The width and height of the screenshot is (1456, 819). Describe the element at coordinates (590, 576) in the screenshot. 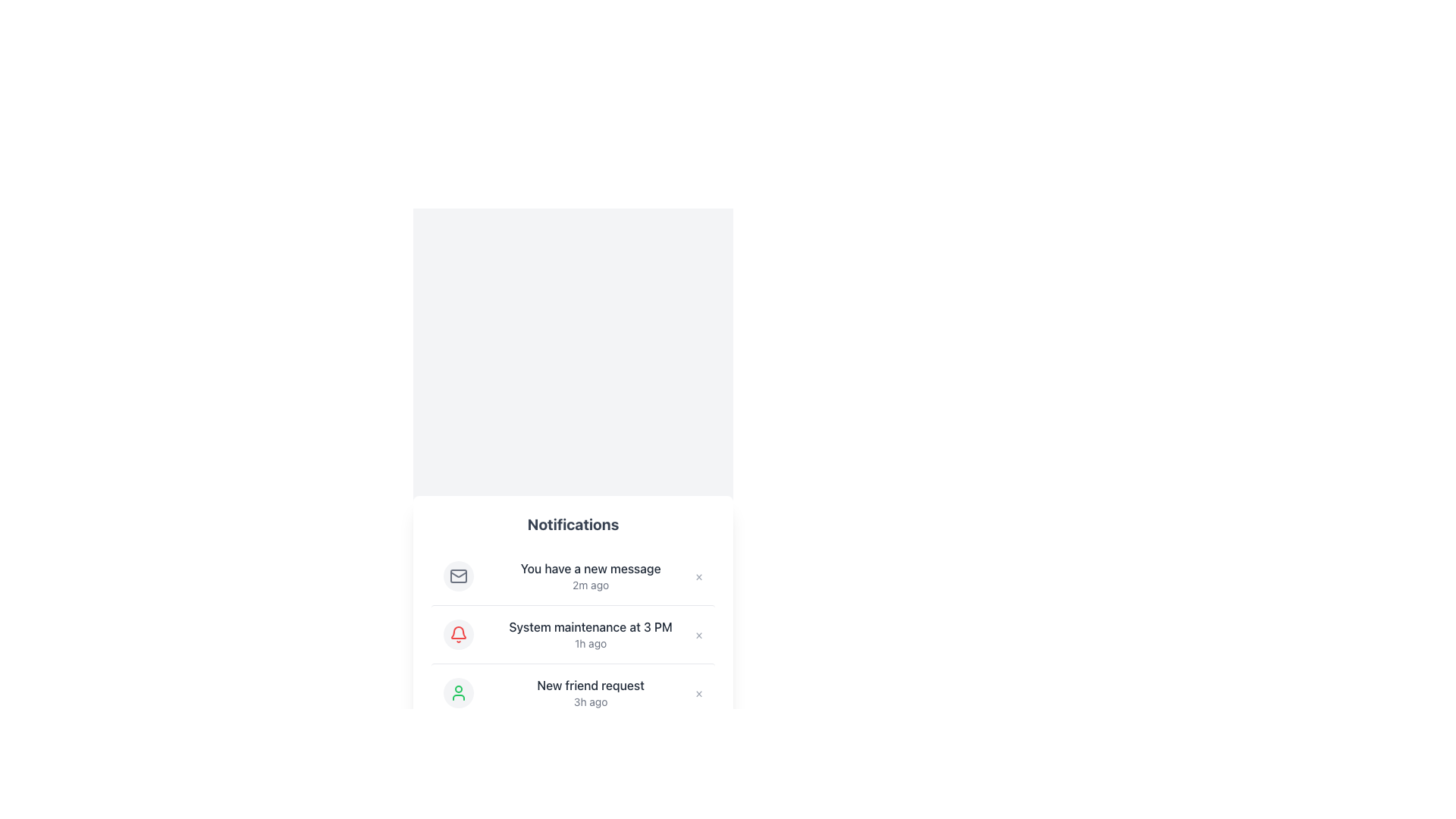

I see `the notification text block located under the 'Notifications' section header, which is the first item in the list and aligned with an envelope icon` at that location.